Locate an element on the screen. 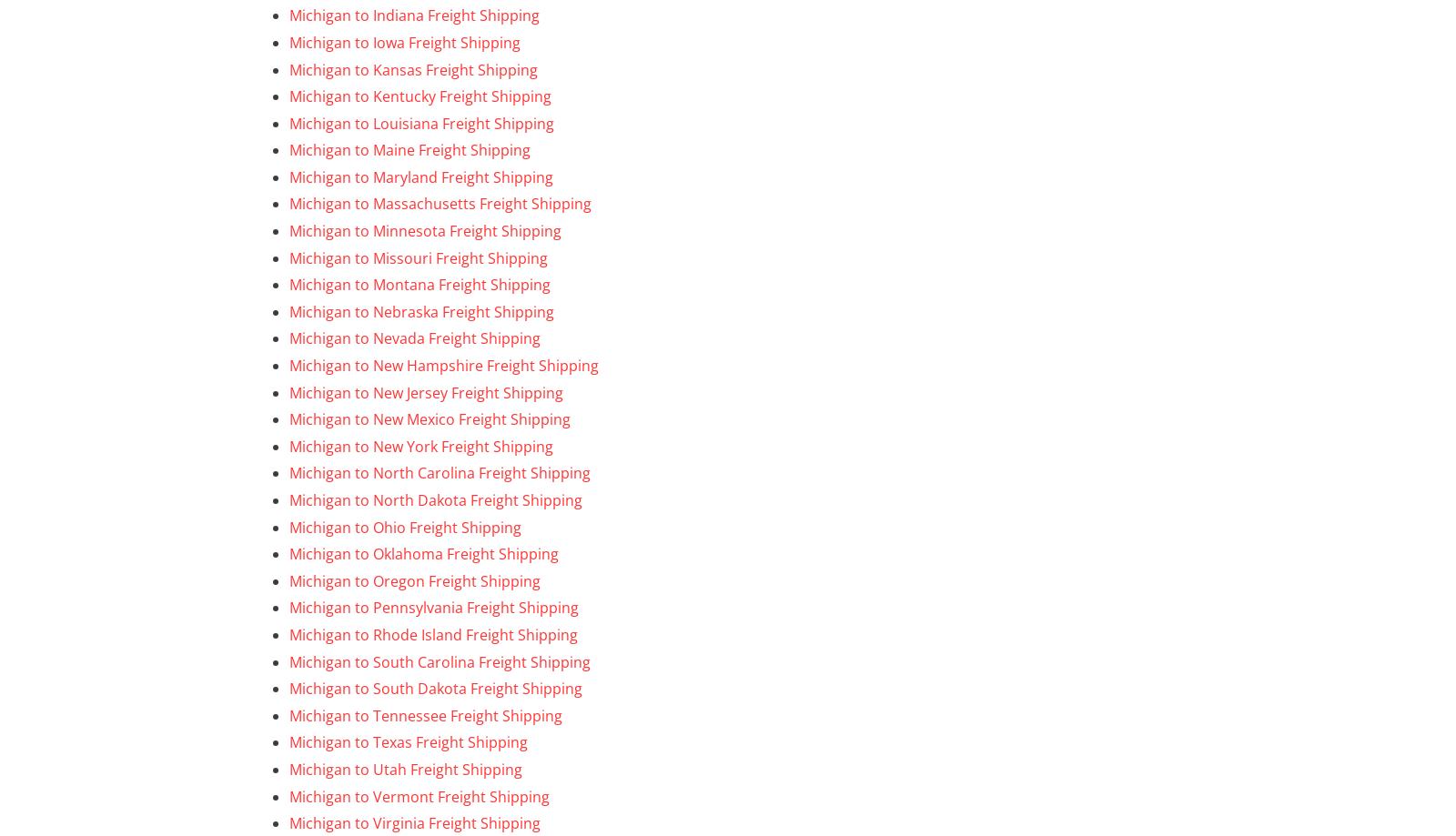 The width and height of the screenshot is (1456, 836). 'Michigan to Virginia Freight Shipping' is located at coordinates (289, 822).